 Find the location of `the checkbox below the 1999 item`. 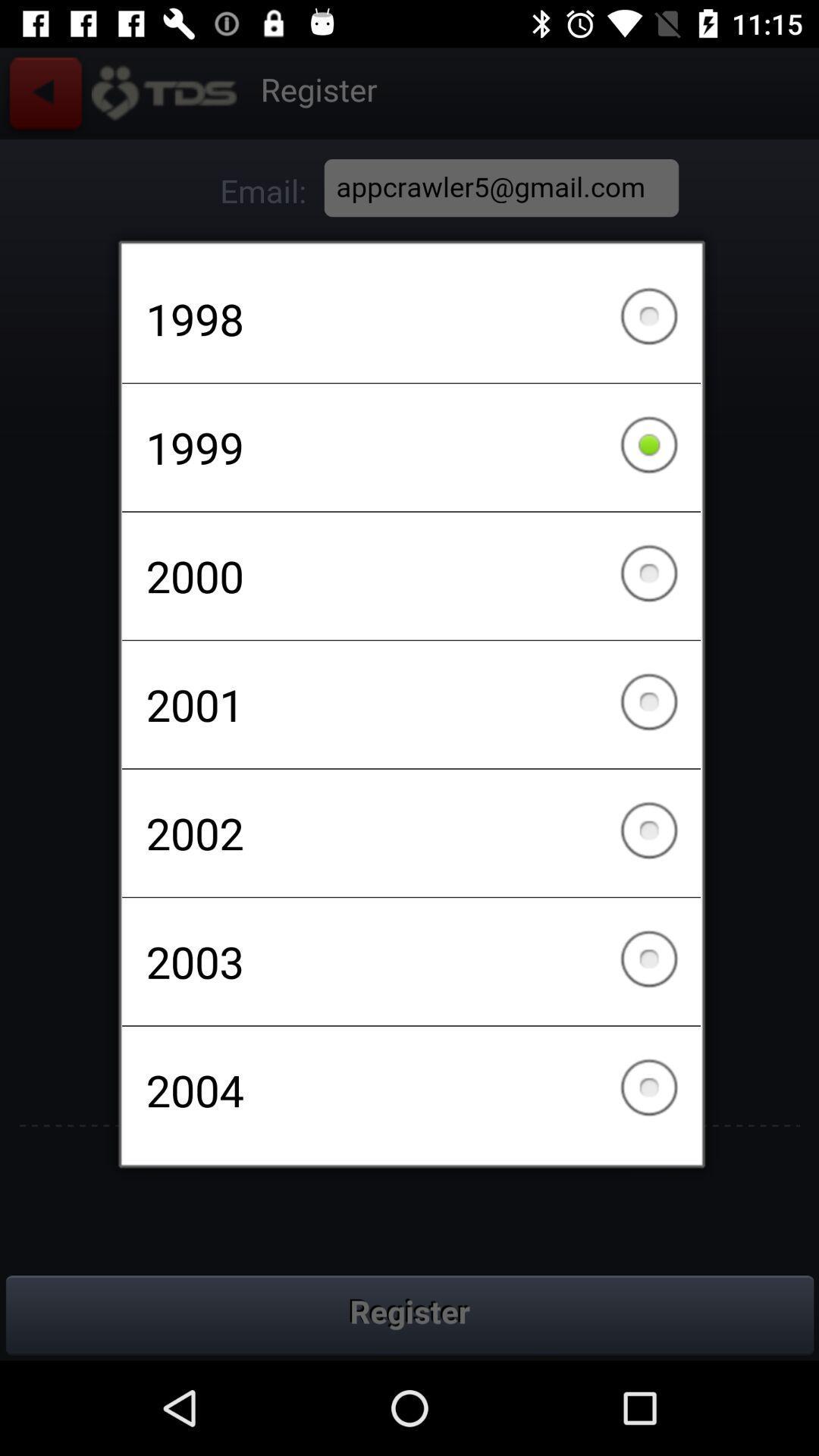

the checkbox below the 1999 item is located at coordinates (411, 575).